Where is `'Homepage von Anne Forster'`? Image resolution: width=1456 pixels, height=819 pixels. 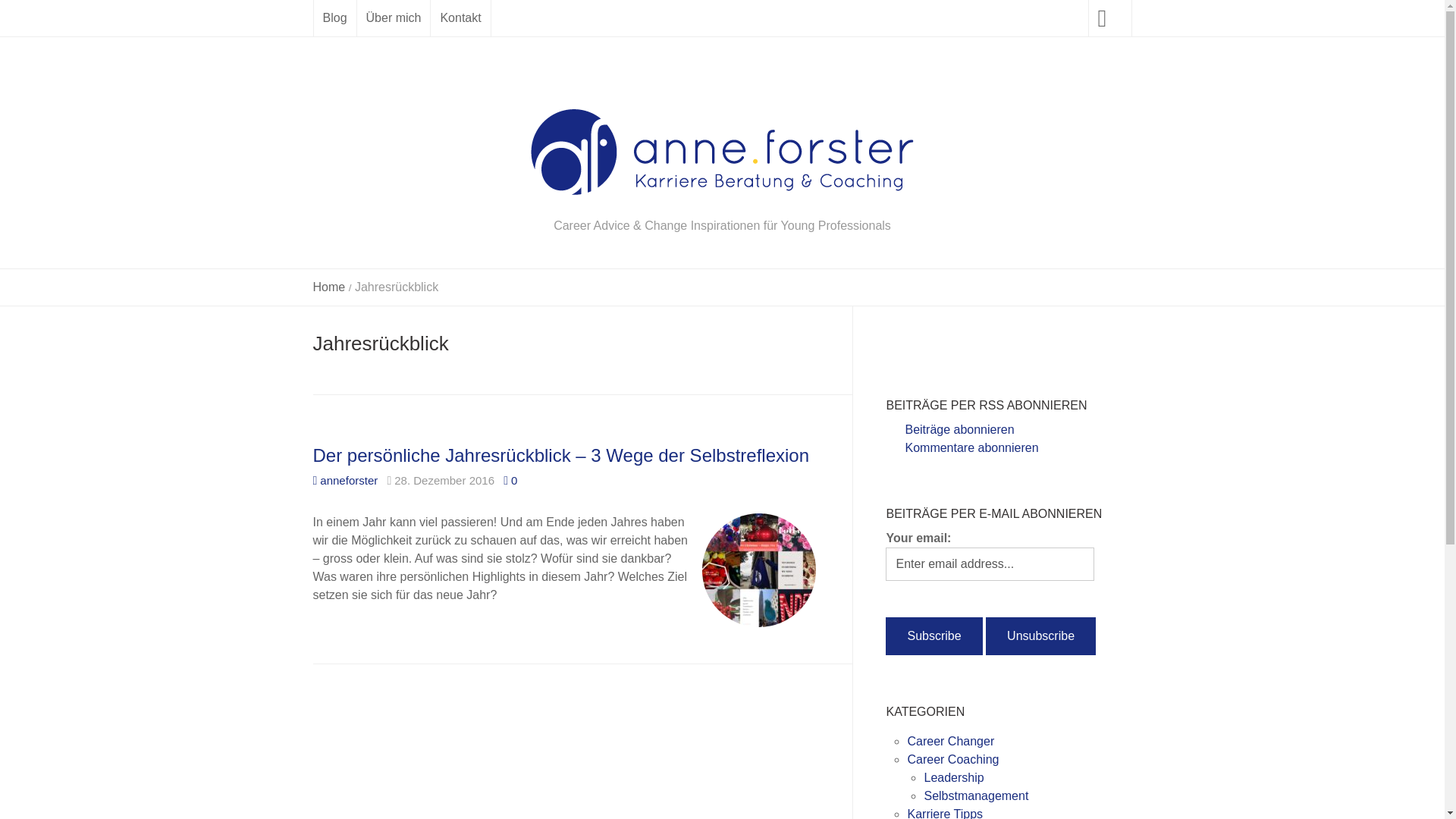 'Homepage von Anne Forster' is located at coordinates (987, 341).